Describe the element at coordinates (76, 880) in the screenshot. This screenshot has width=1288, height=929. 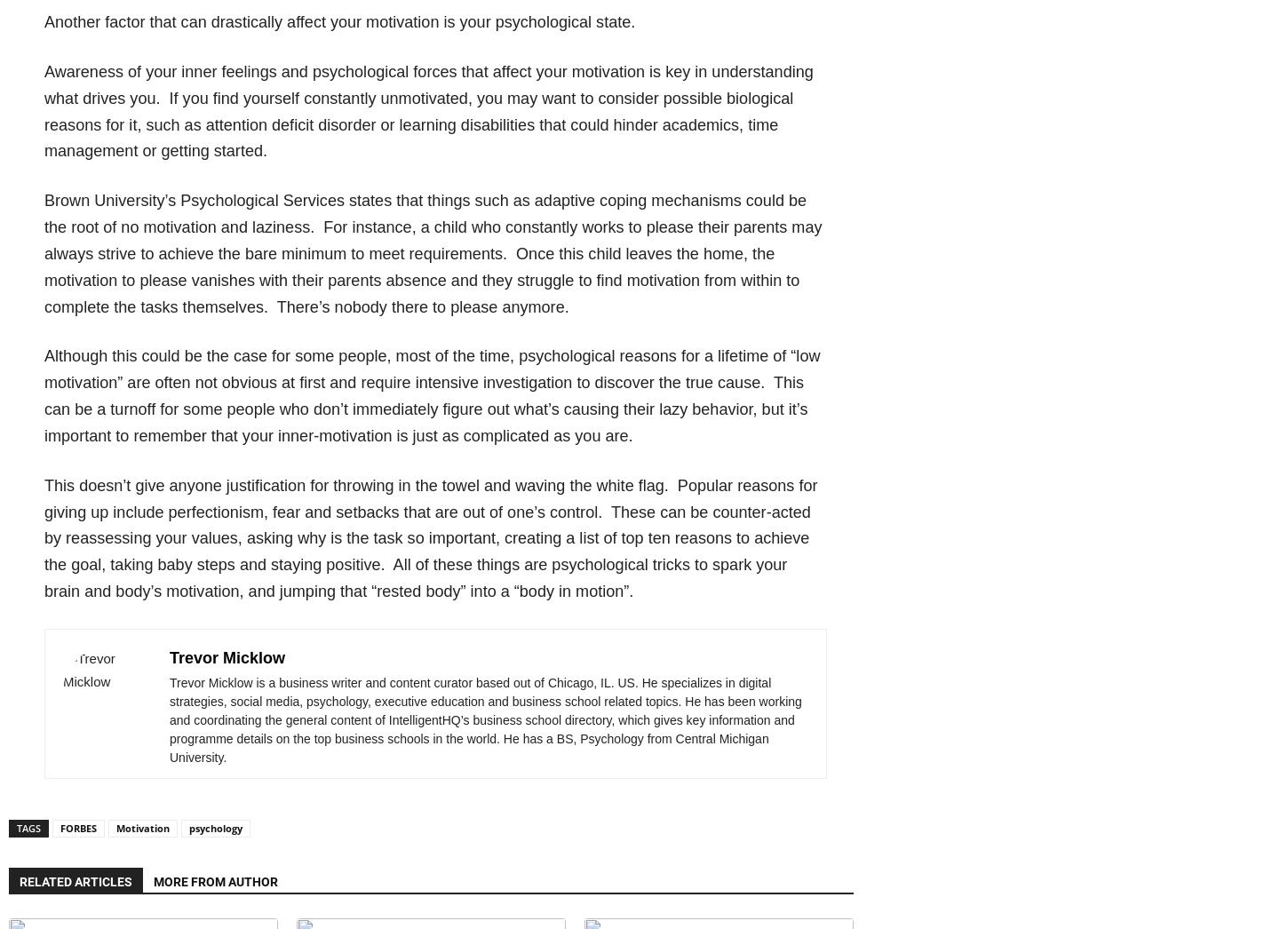
I see `'RELATED ARTICLES'` at that location.